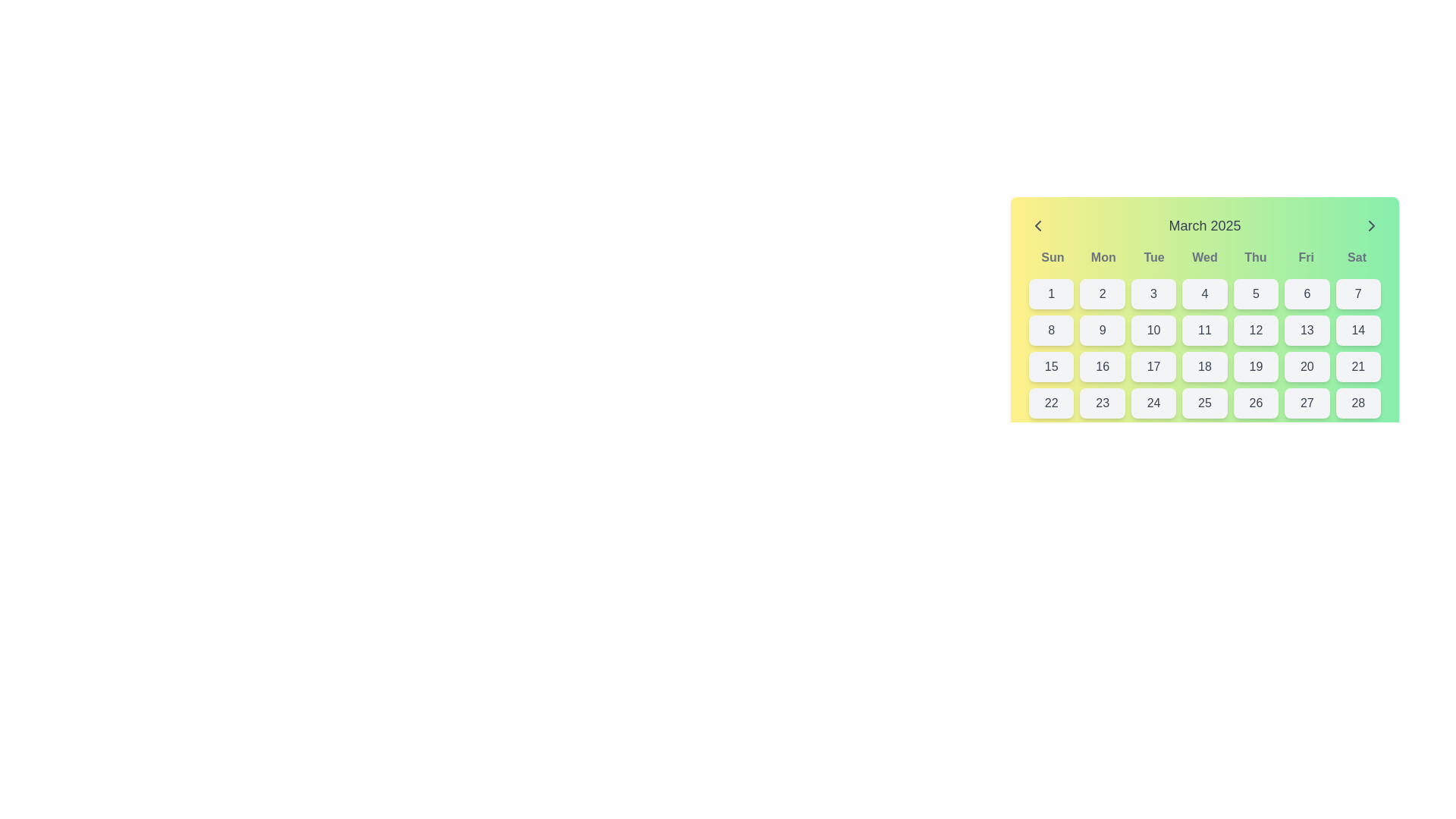 The width and height of the screenshot is (1456, 819). Describe the element at coordinates (1153, 403) in the screenshot. I see `the button displaying the numeral '24' in dark gray text, which is styled as a square with rounded corners and has a light gray background` at that location.